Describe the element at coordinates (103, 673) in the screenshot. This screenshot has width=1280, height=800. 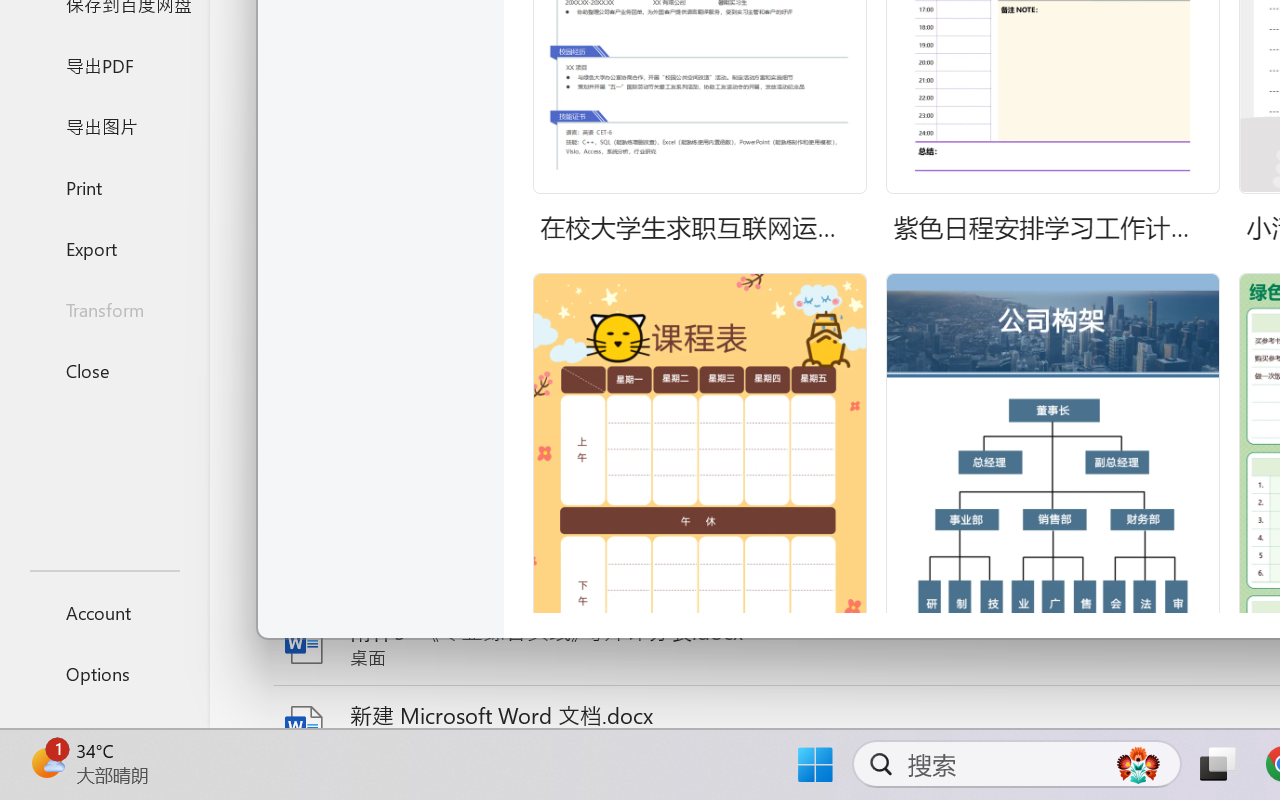
I see `'Options'` at that location.